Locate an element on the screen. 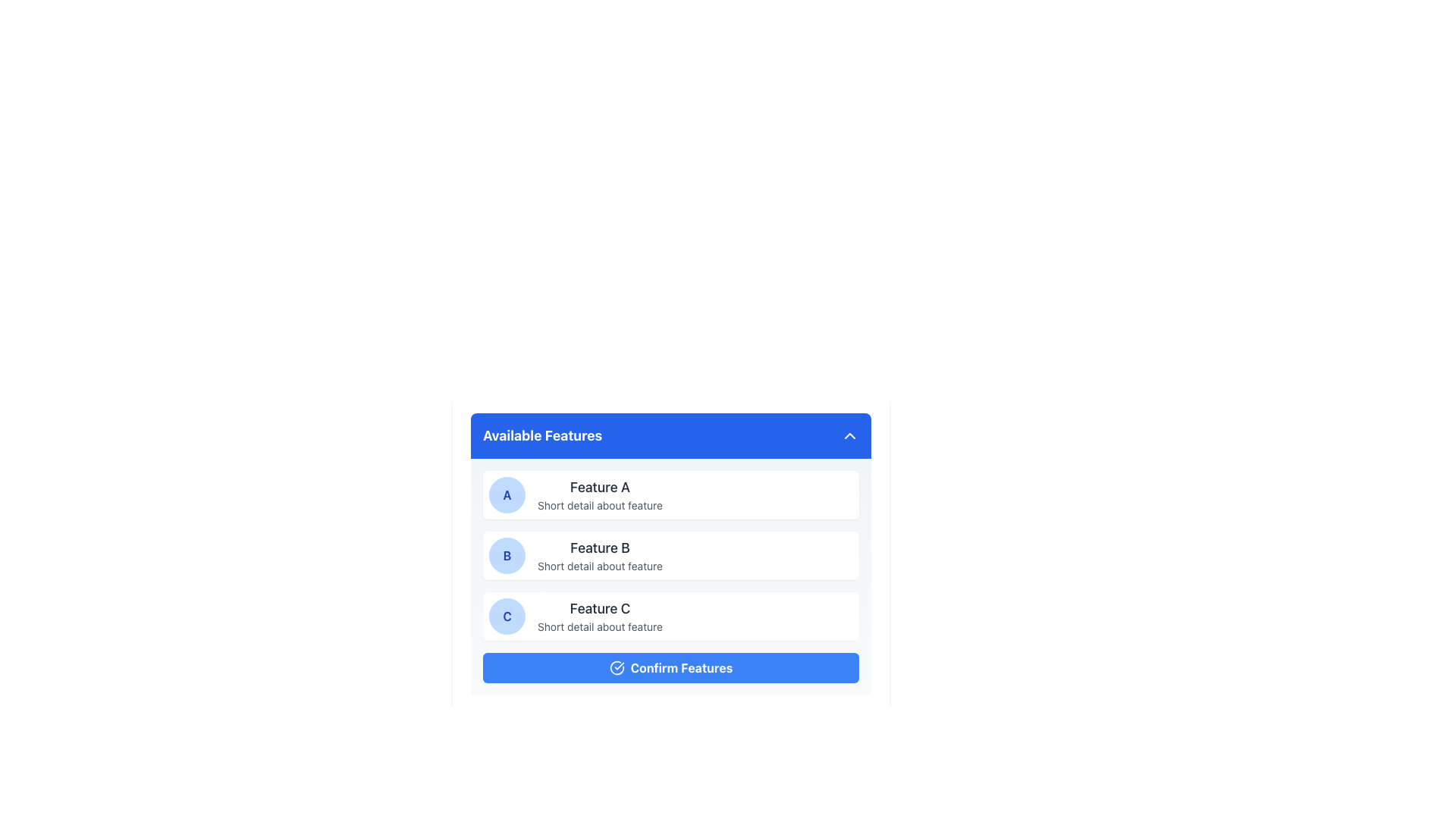 The height and width of the screenshot is (819, 1456). text label that says 'Short detail about feature,' located beneath the title 'Feature B' in the 'Available Features' list is located at coordinates (599, 566).